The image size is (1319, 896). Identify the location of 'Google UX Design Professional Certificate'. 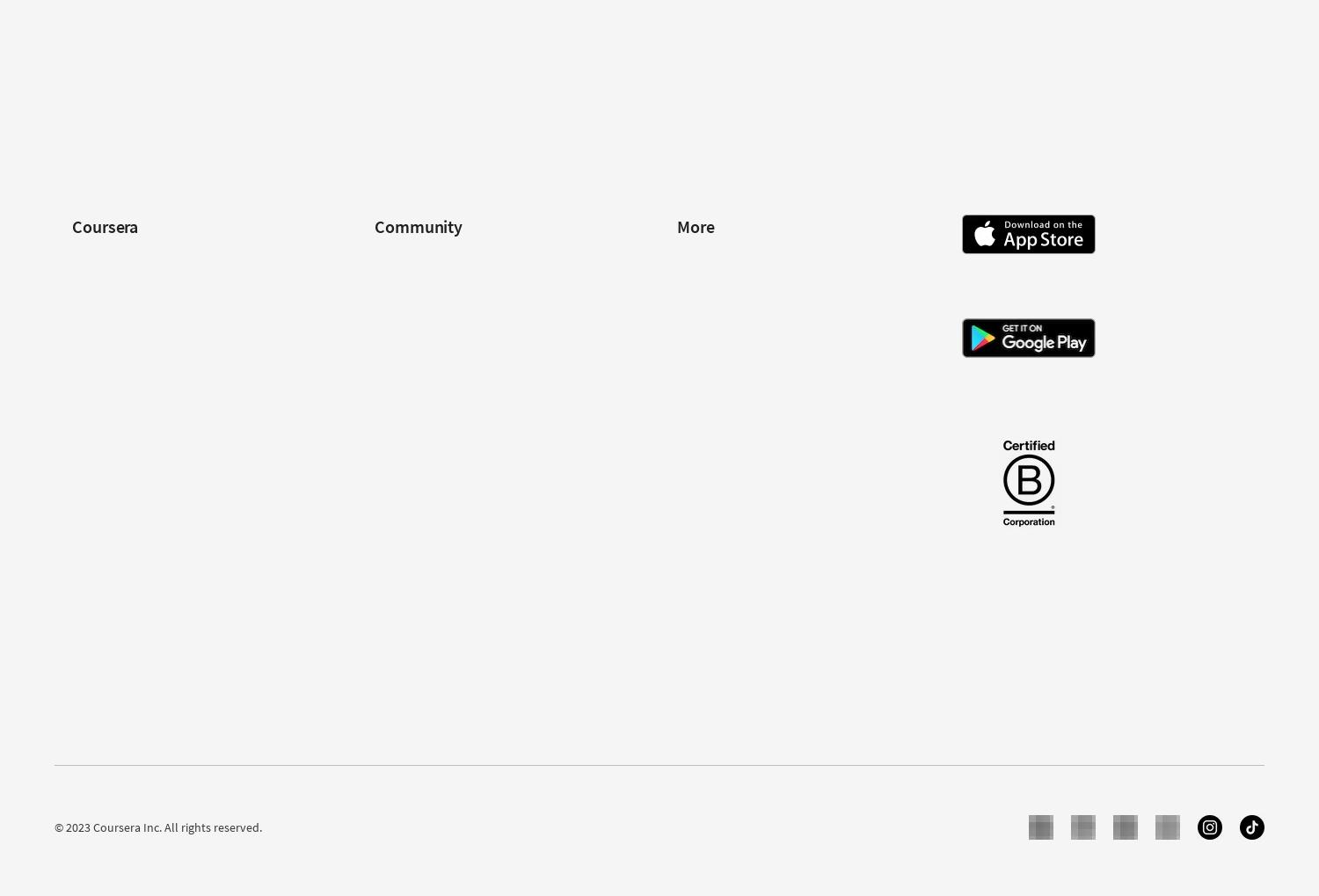
(482, 33).